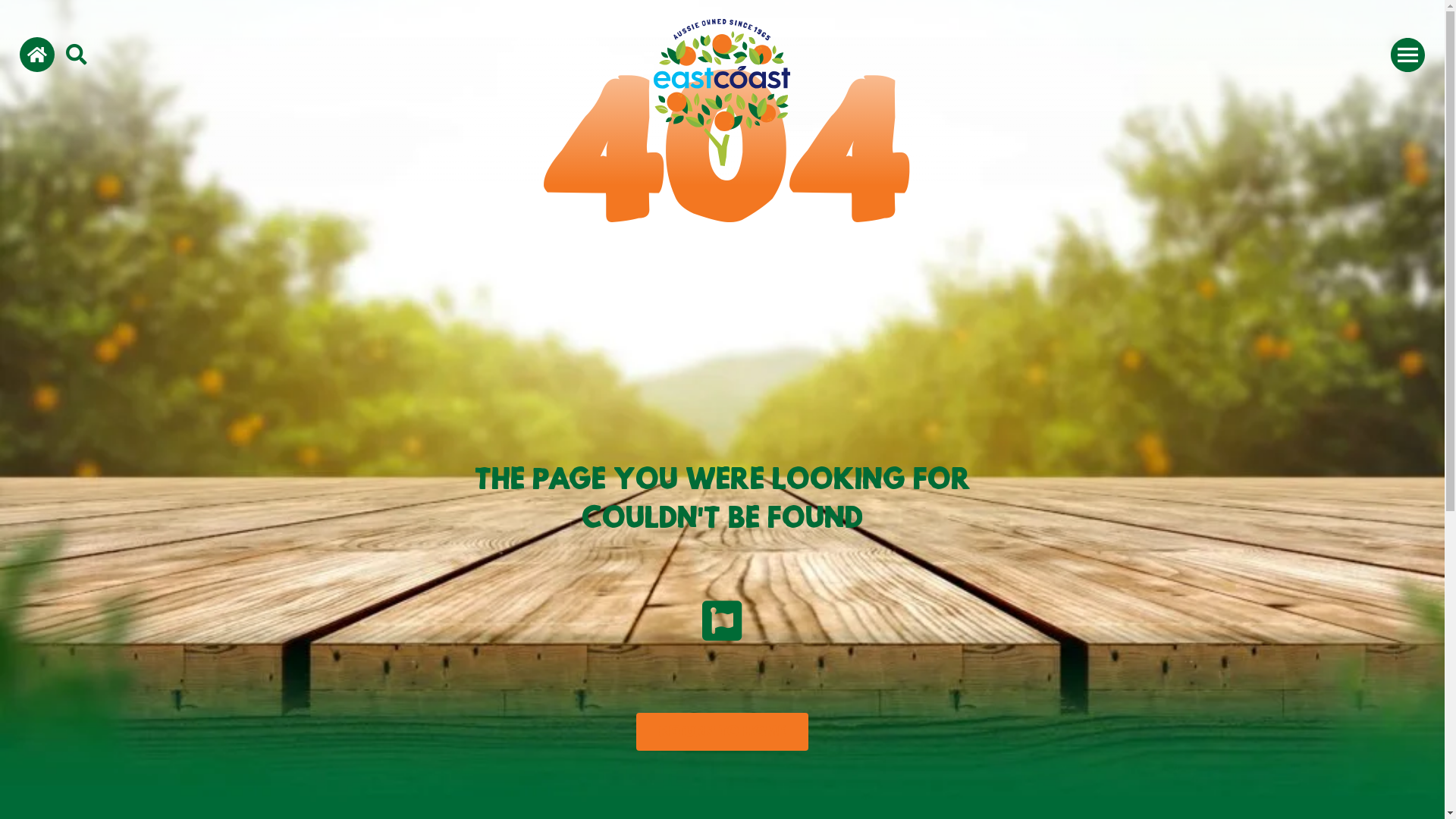 The height and width of the screenshot is (819, 1456). What do you see at coordinates (636, 730) in the screenshot?
I see `'Return to home'` at bounding box center [636, 730].